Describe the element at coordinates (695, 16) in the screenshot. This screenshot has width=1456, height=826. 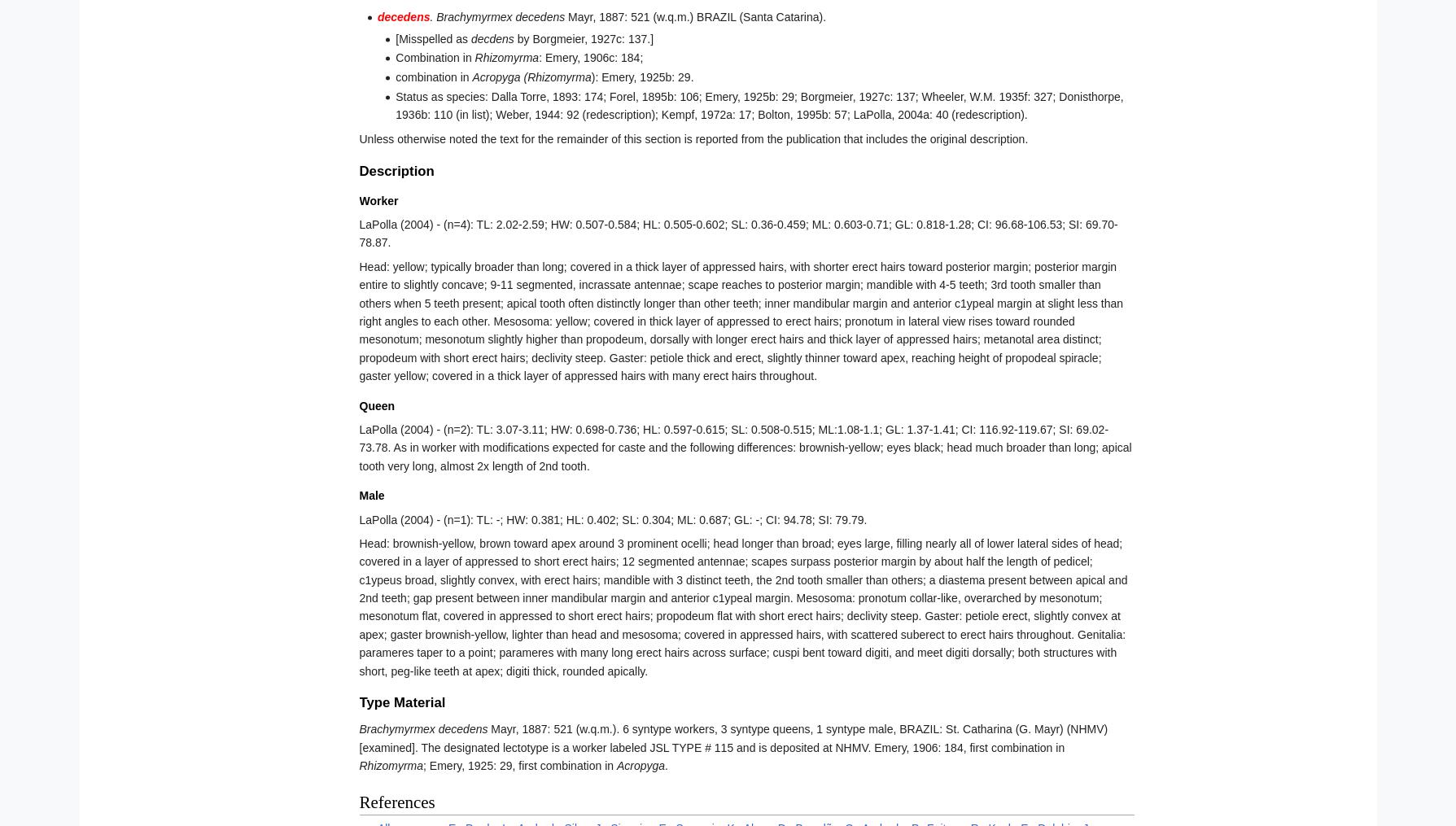
I see `'Mayr, 1887: 521 (w.q.m.) BRAZIL (Santa Catarina).'` at that location.